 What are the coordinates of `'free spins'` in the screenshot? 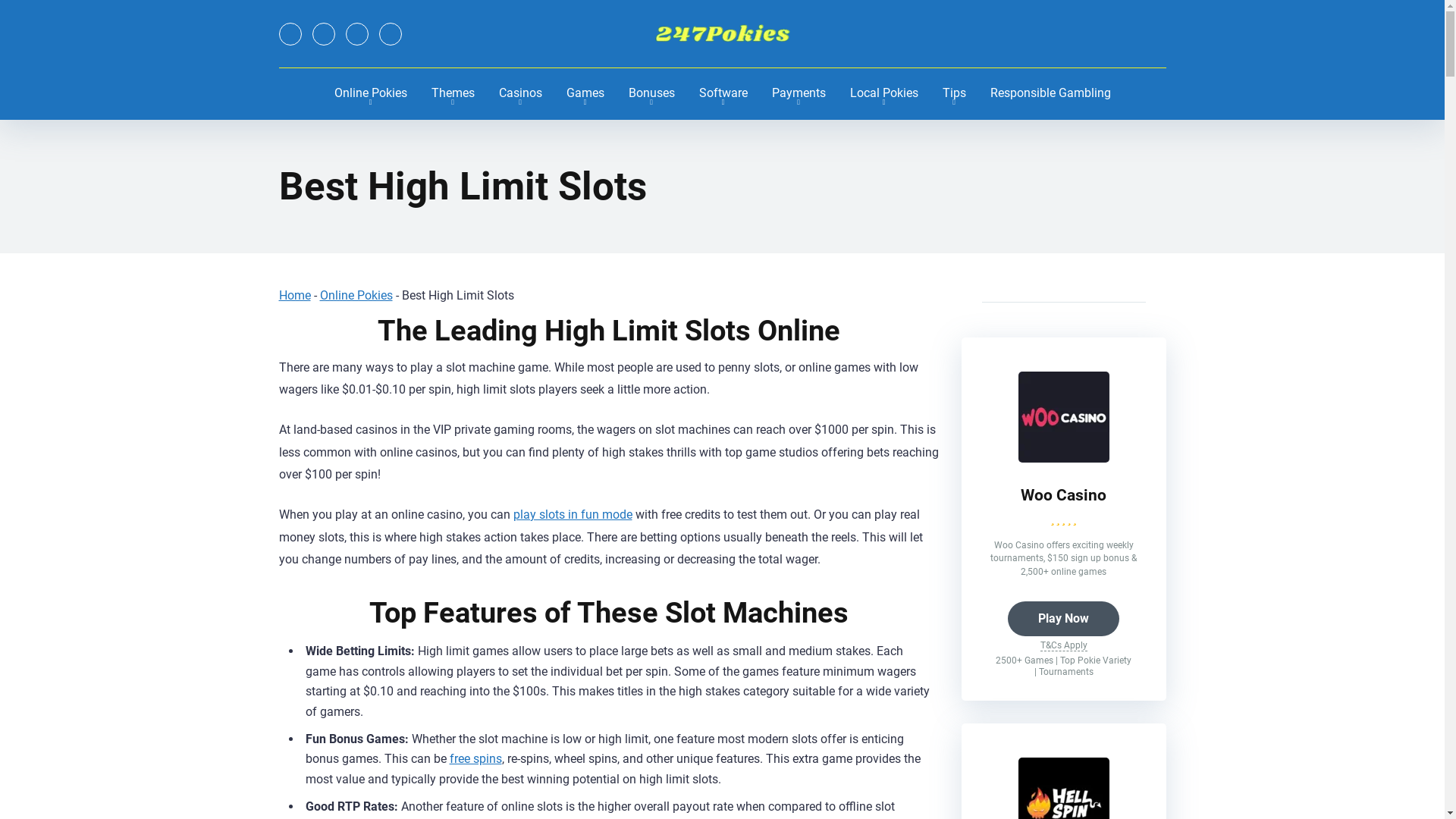 It's located at (474, 758).